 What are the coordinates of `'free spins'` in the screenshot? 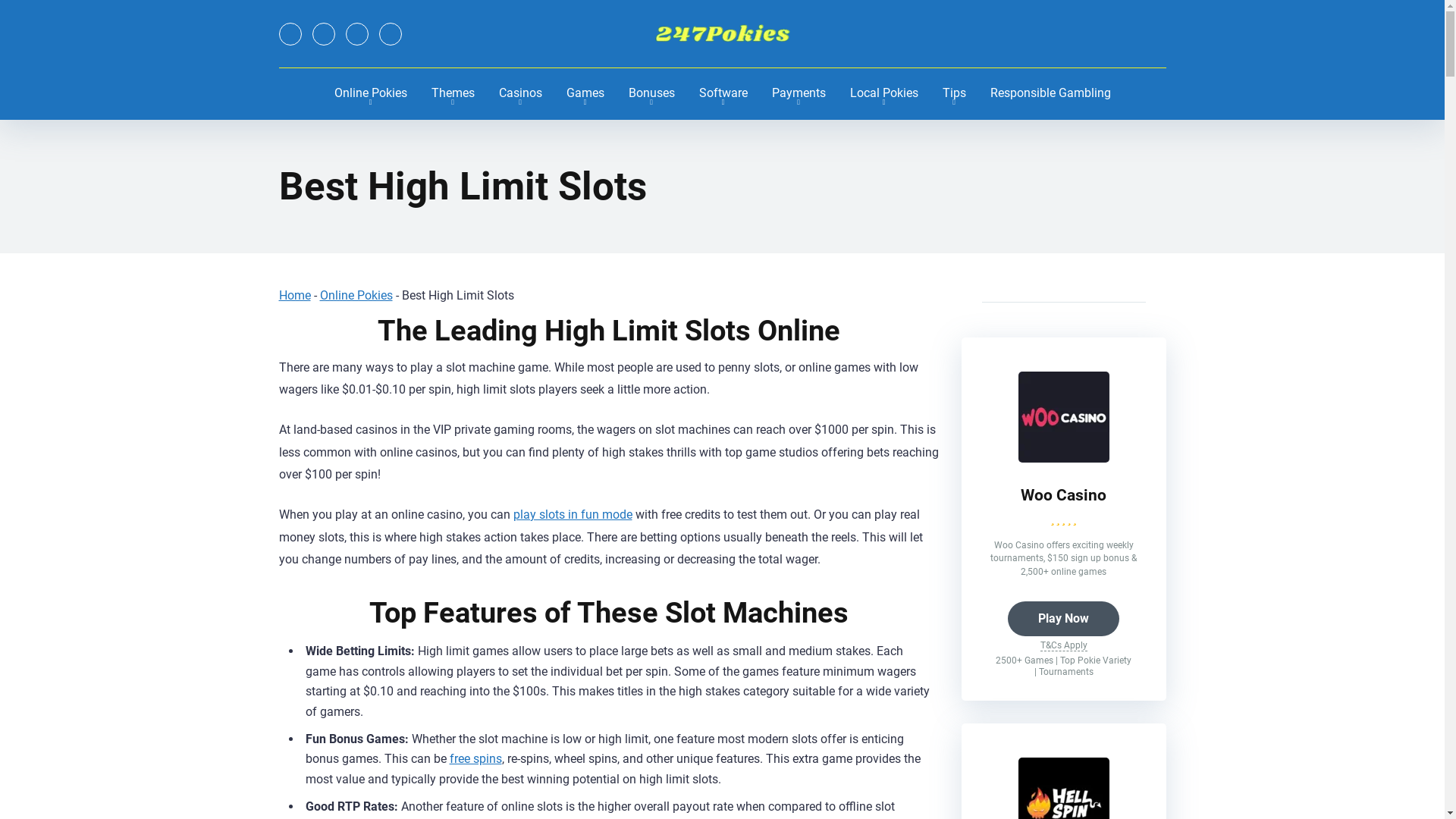 It's located at (474, 758).